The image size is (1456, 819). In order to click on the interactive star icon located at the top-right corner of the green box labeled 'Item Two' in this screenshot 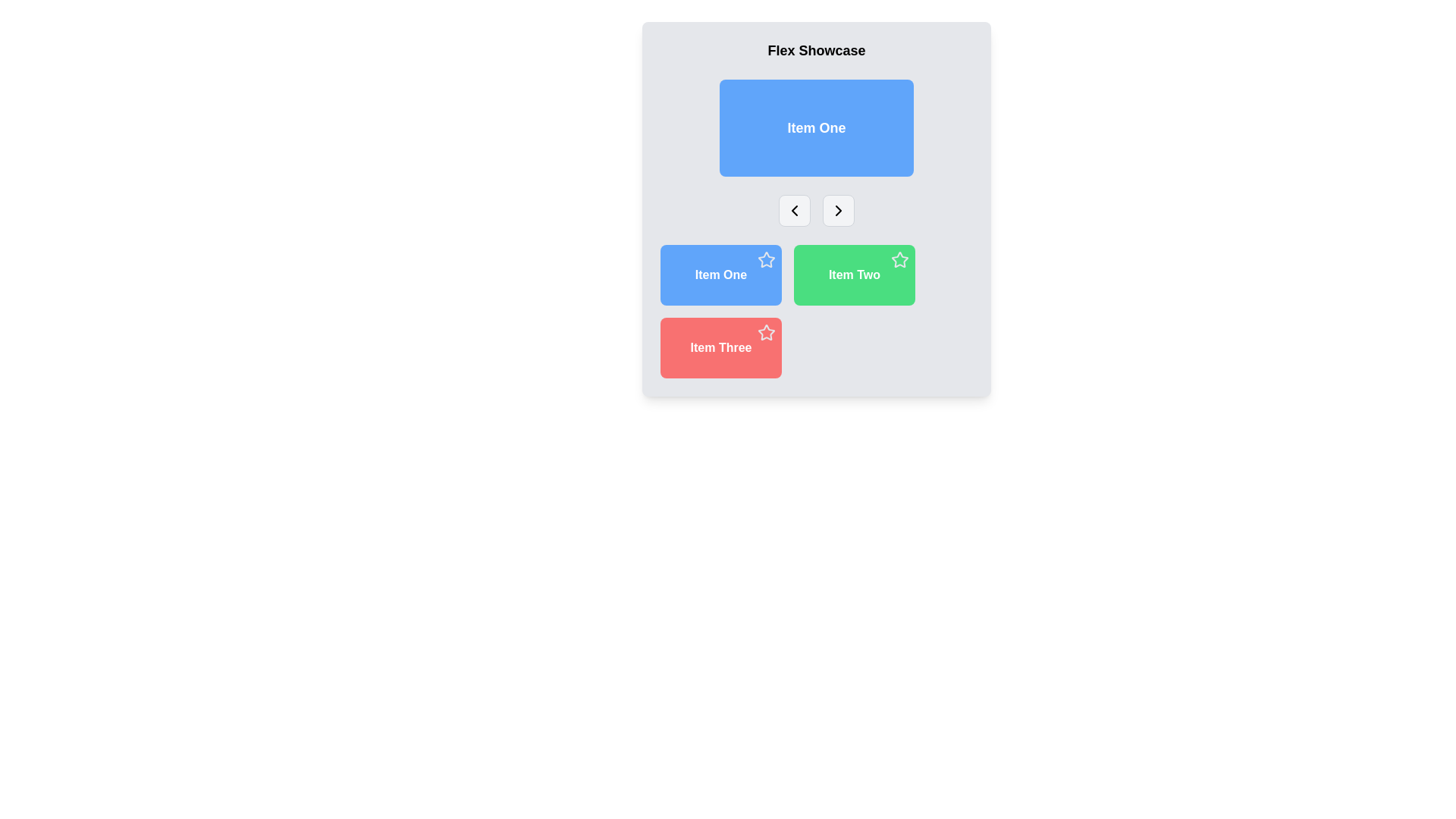, I will do `click(899, 259)`.